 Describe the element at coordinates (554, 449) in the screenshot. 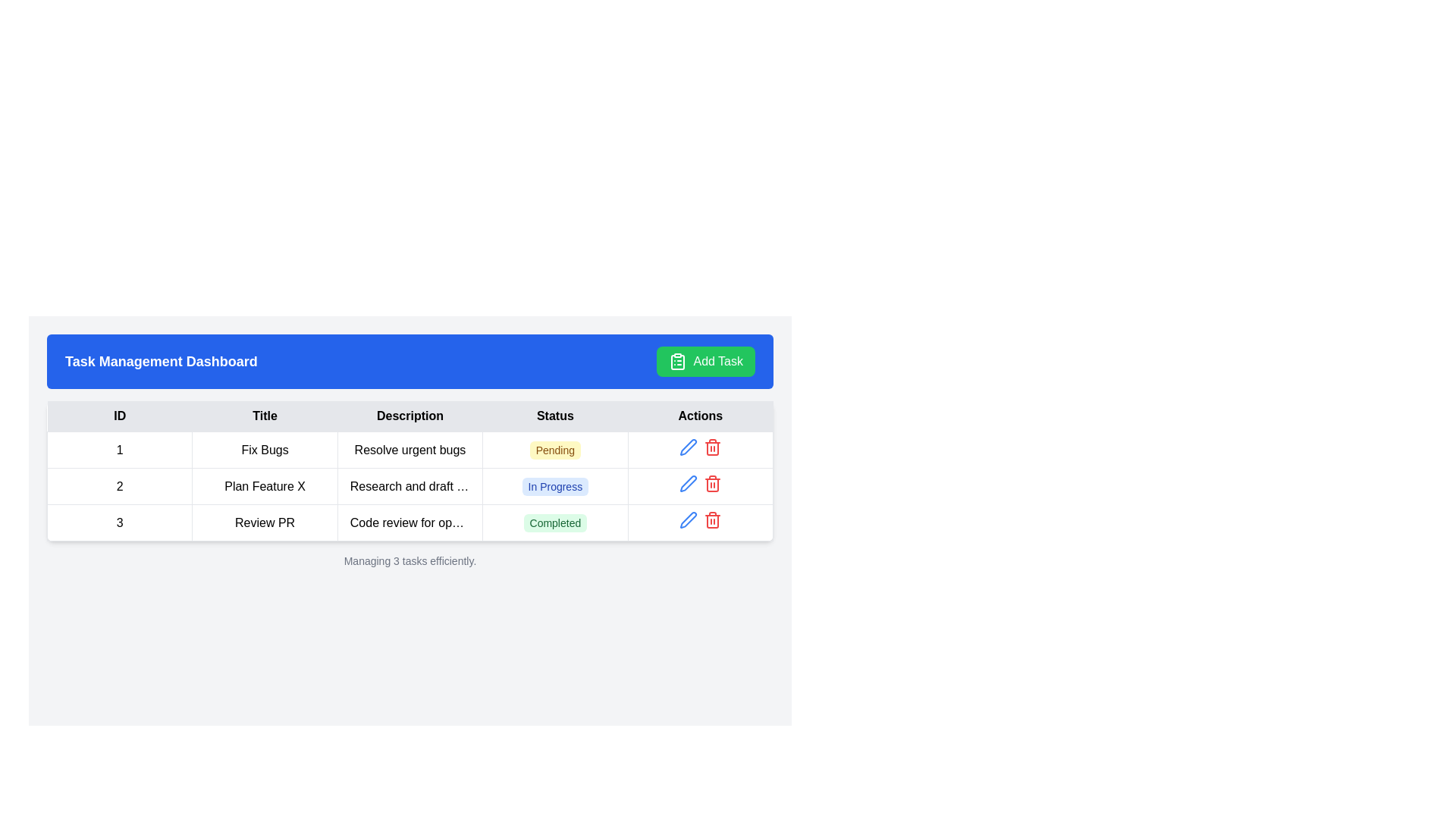

I see `the static label indicating the status of a task as 'Pending' located in the first row of the 'Status' column in the task management dashboard` at that location.